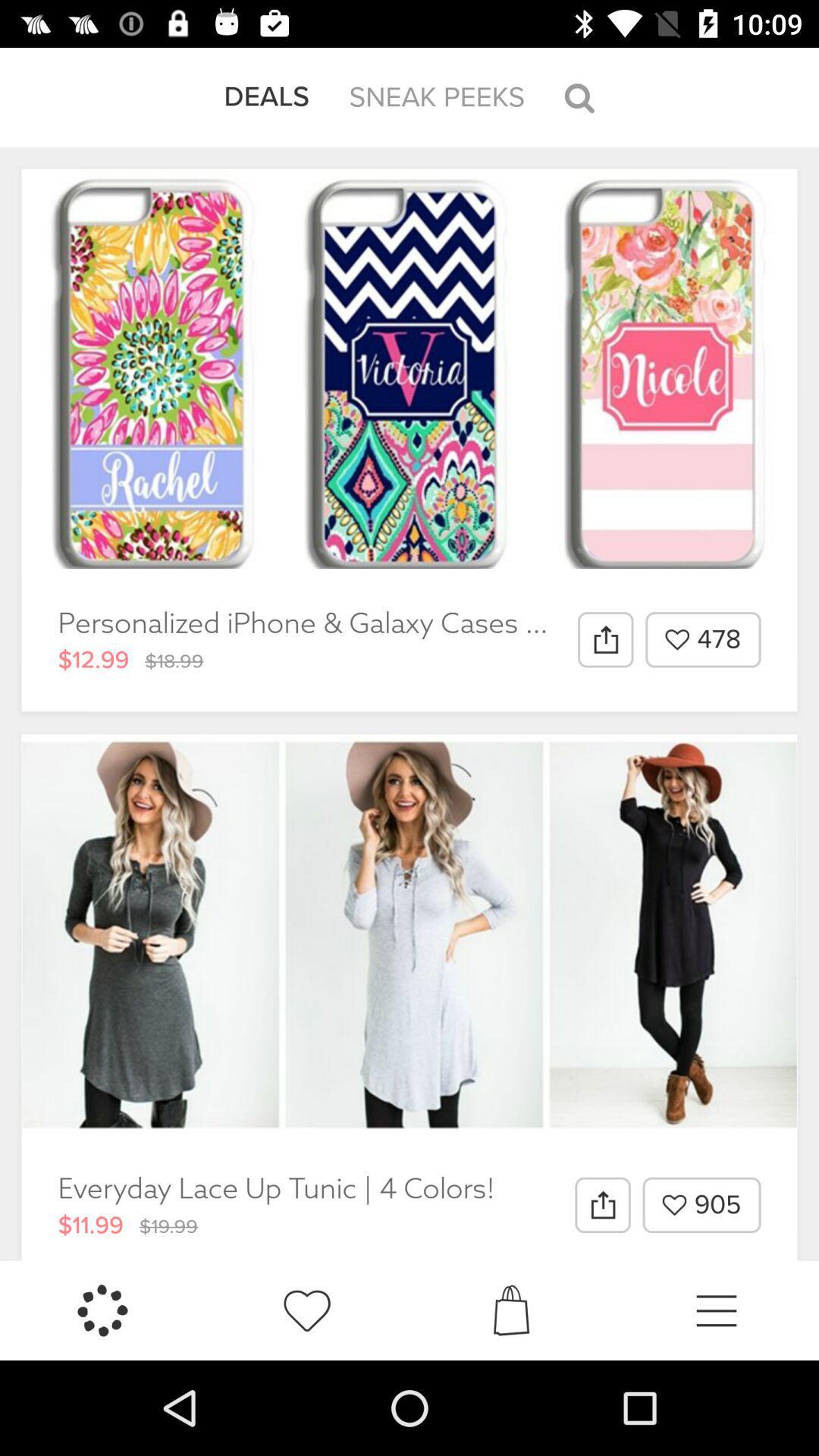 Image resolution: width=819 pixels, height=1456 pixels. Describe the element at coordinates (579, 96) in the screenshot. I see `the icon to the right of the sneak peeks item` at that location.